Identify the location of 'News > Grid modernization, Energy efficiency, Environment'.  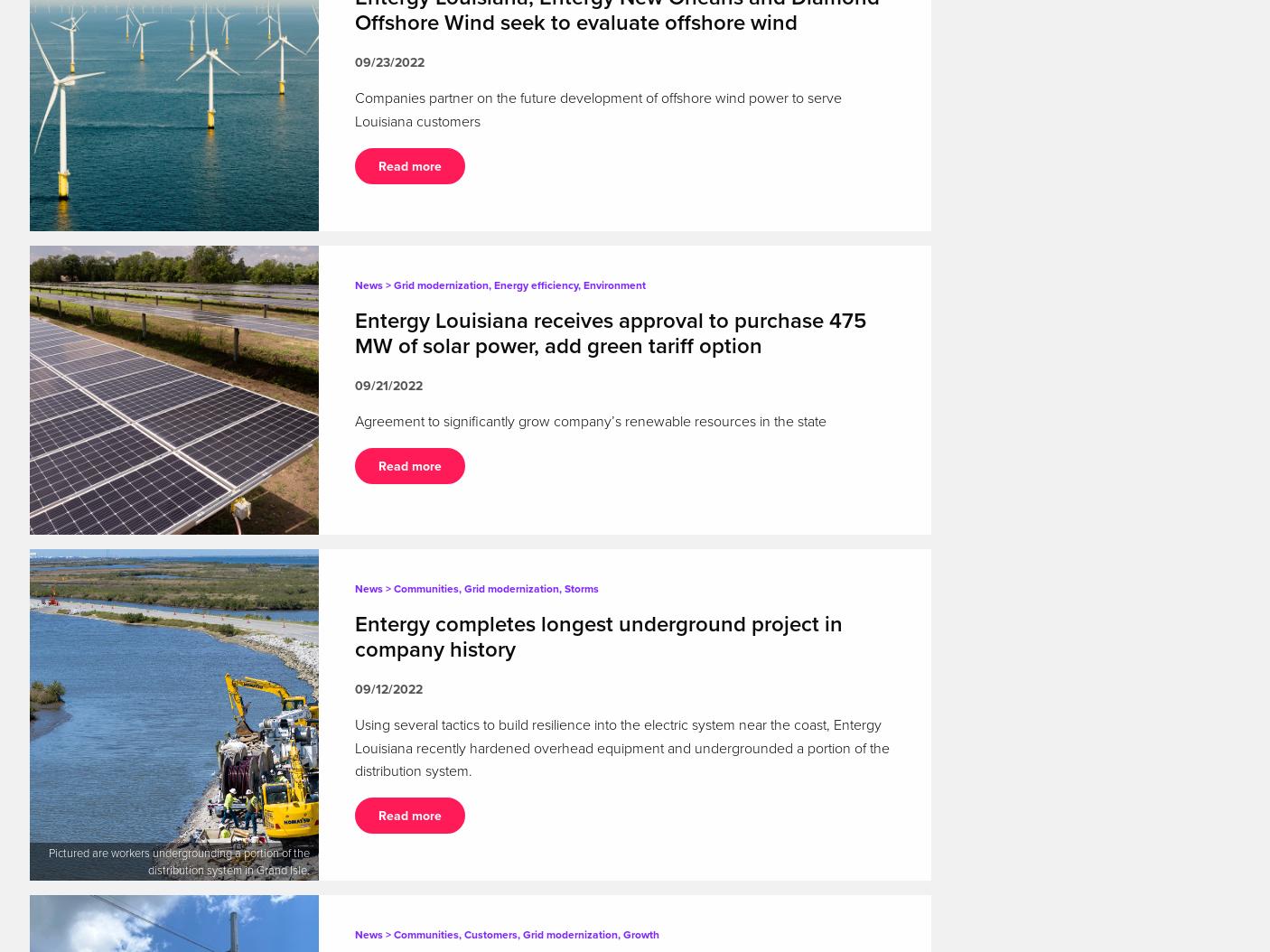
(354, 284).